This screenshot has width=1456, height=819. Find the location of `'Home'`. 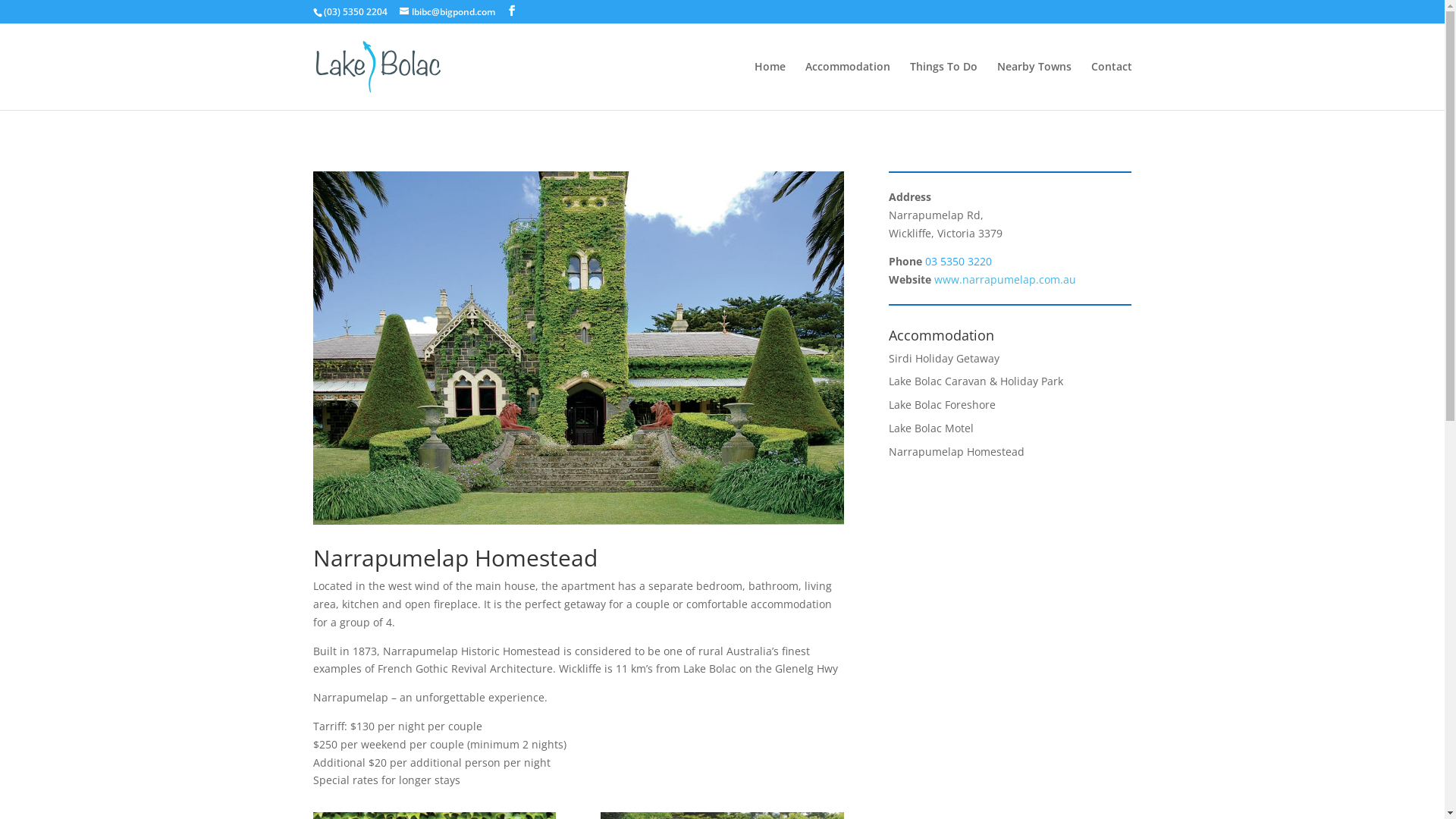

'Home' is located at coordinates (769, 85).